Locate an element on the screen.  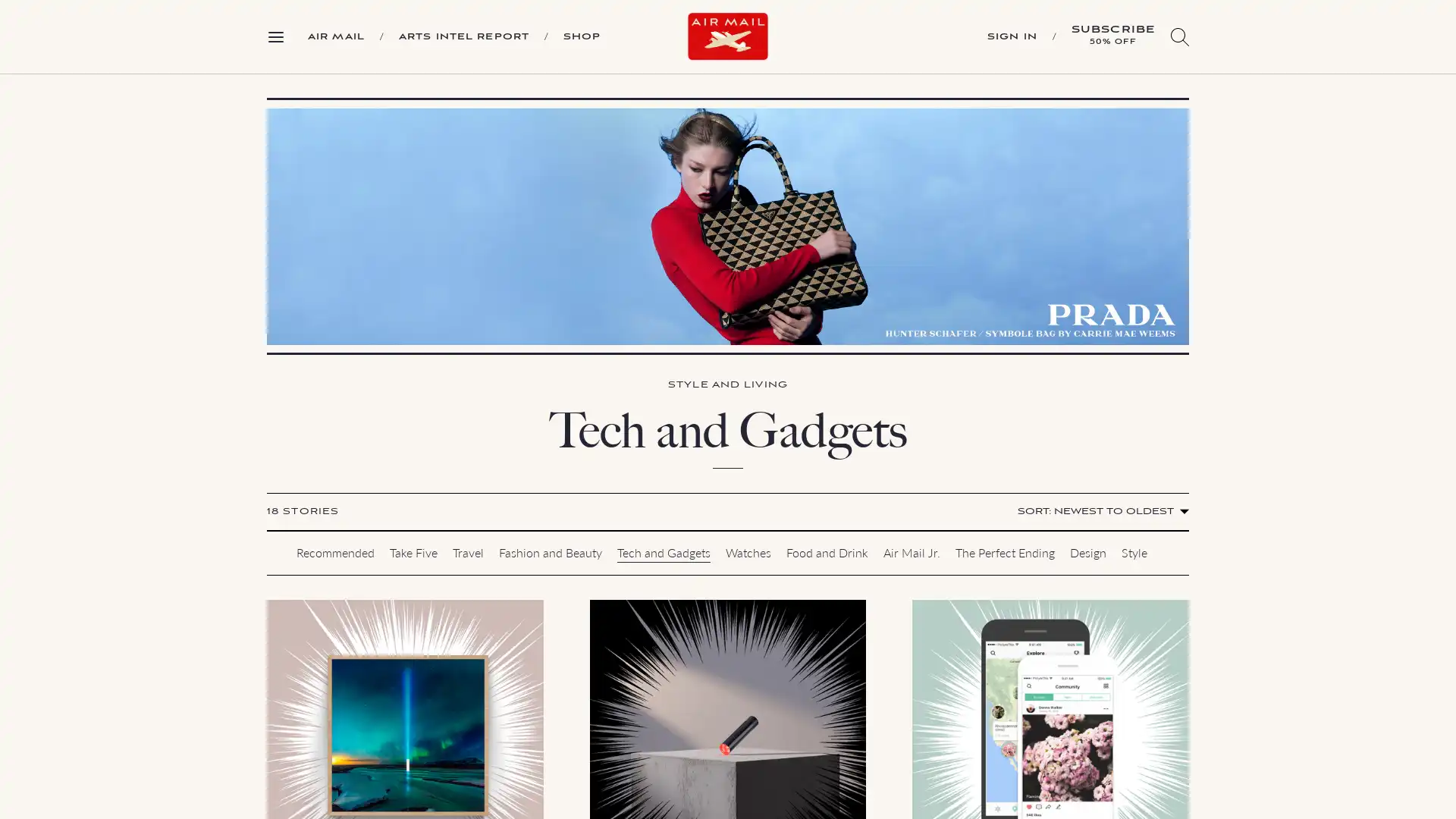
SORT: NEWEST TO OLDEST is located at coordinates (1100, 512).